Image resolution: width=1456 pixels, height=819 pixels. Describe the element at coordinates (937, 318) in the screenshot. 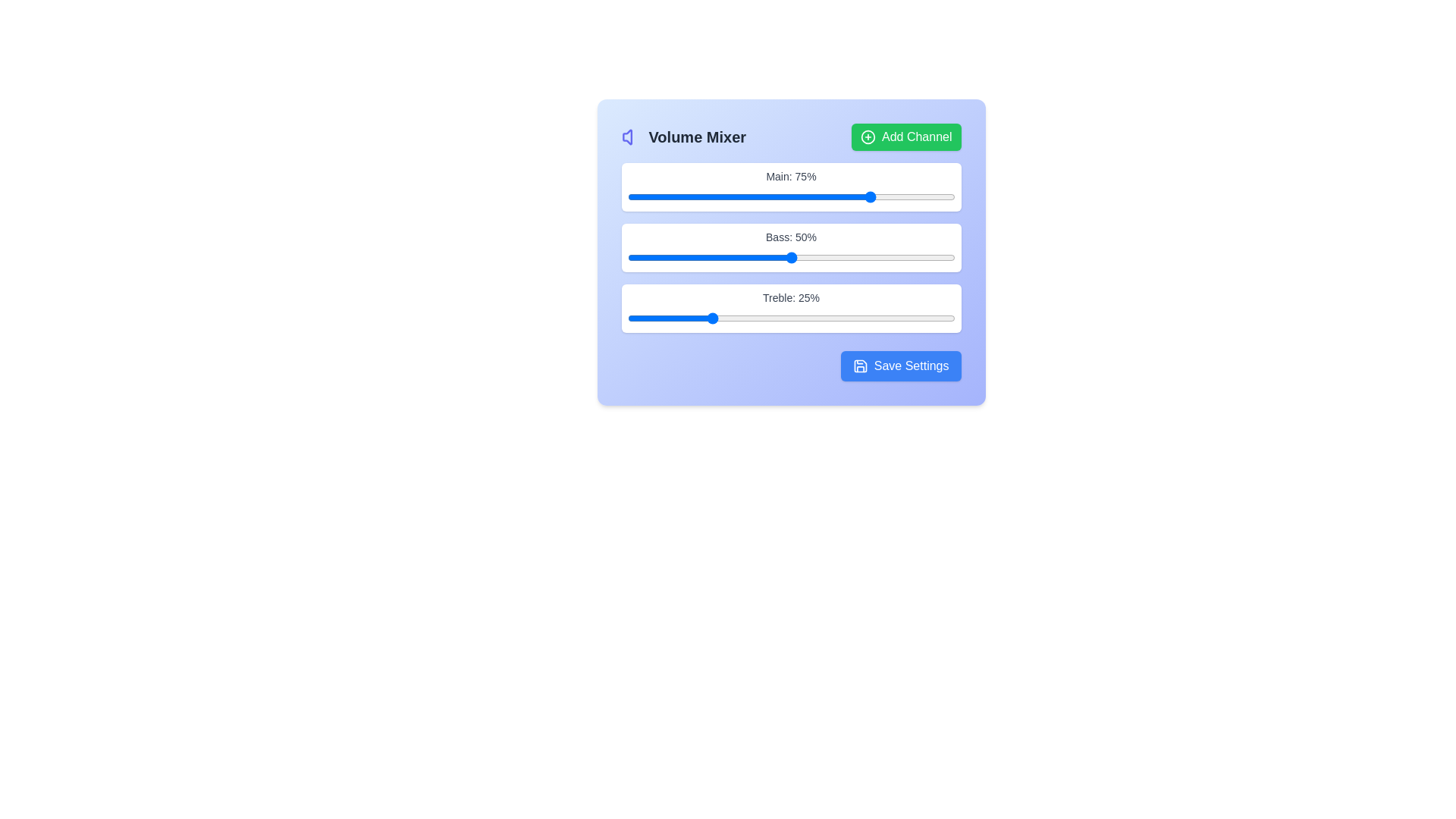

I see `the treble level` at that location.